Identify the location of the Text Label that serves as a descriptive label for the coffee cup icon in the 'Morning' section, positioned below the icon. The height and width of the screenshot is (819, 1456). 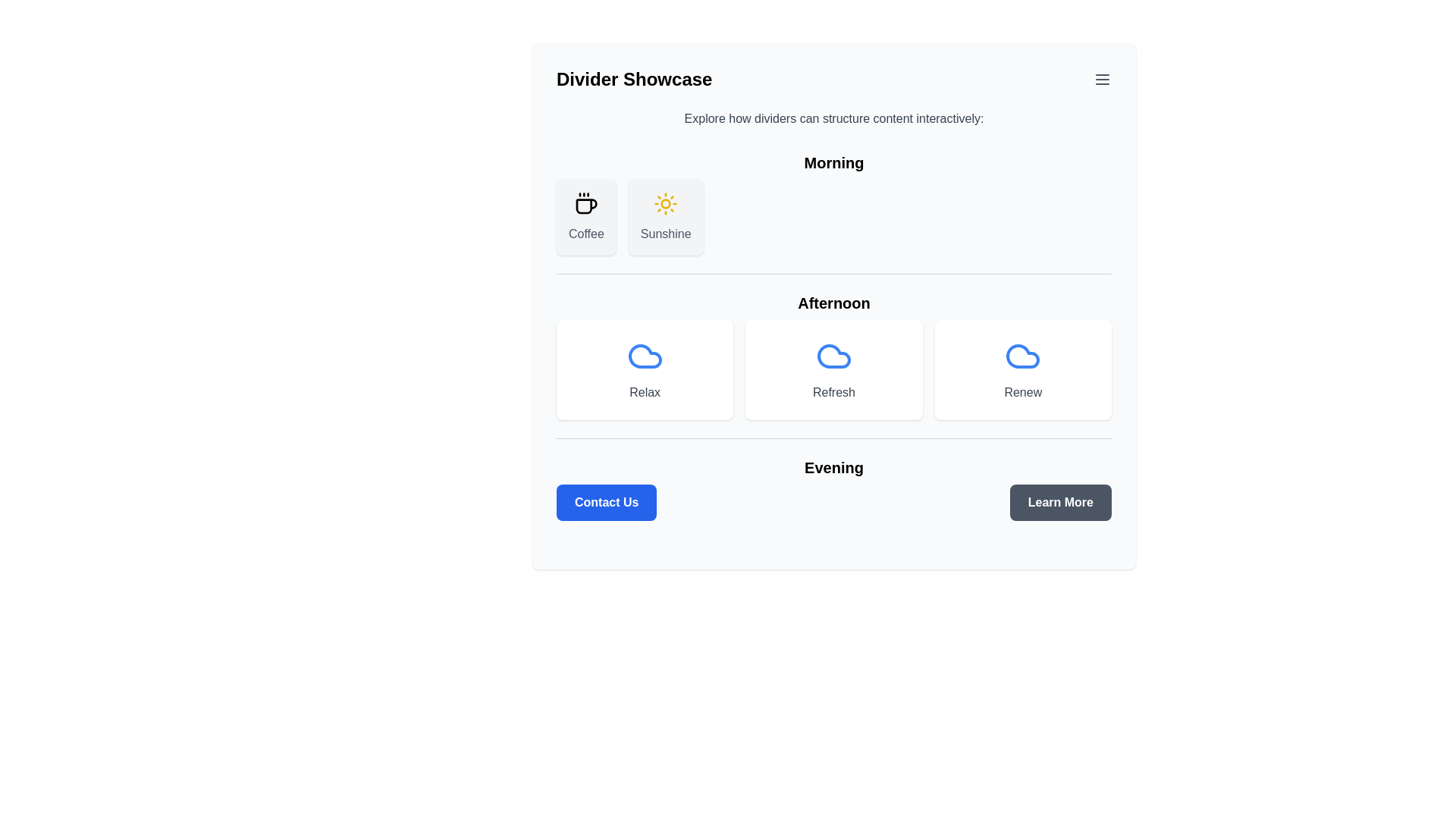
(585, 234).